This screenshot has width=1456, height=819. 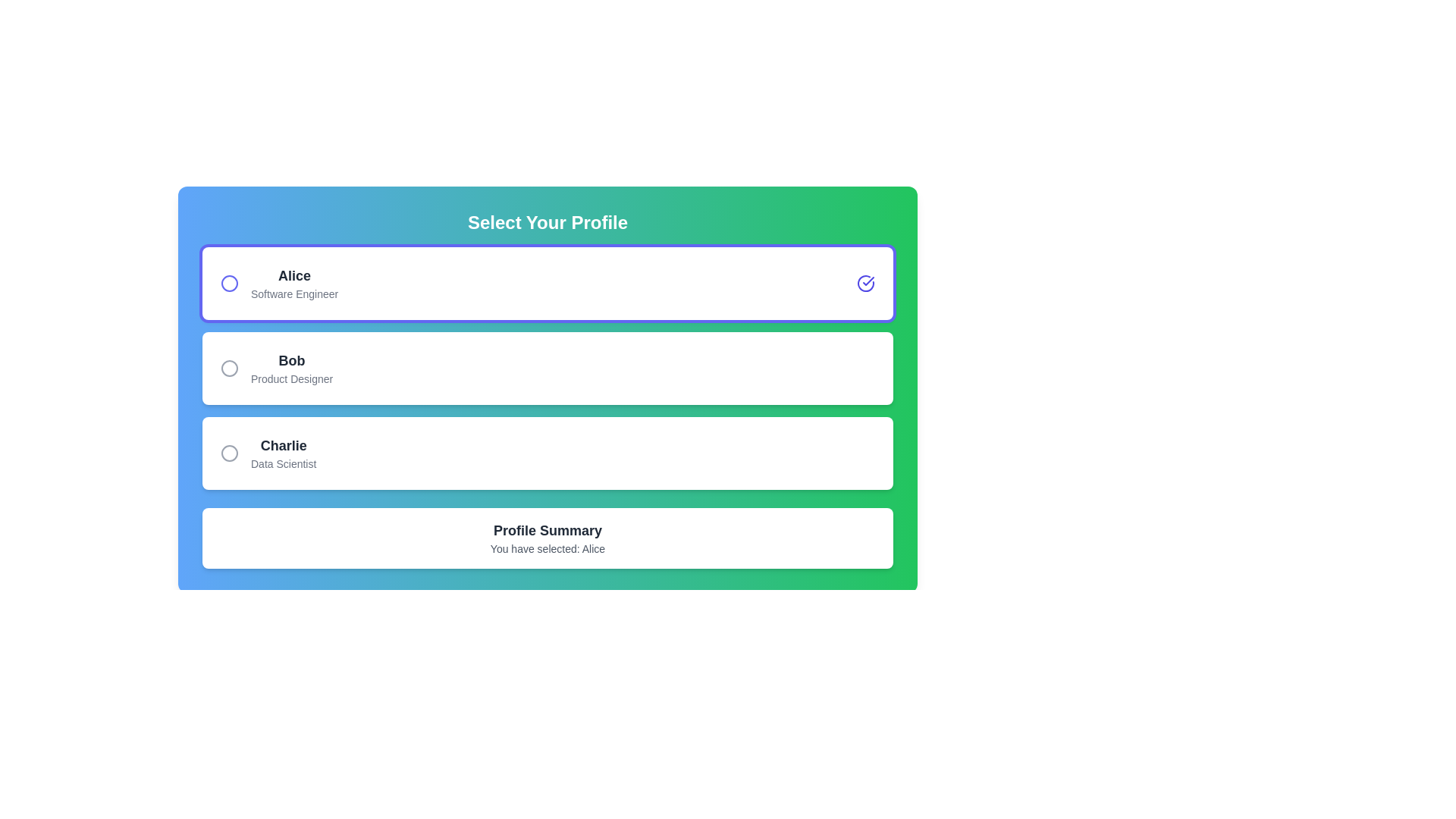 I want to click on the text element displaying 'Bob' in bold, which is the first line of text in the second profile option, positioned above 'Product Designer', so click(x=292, y=360).